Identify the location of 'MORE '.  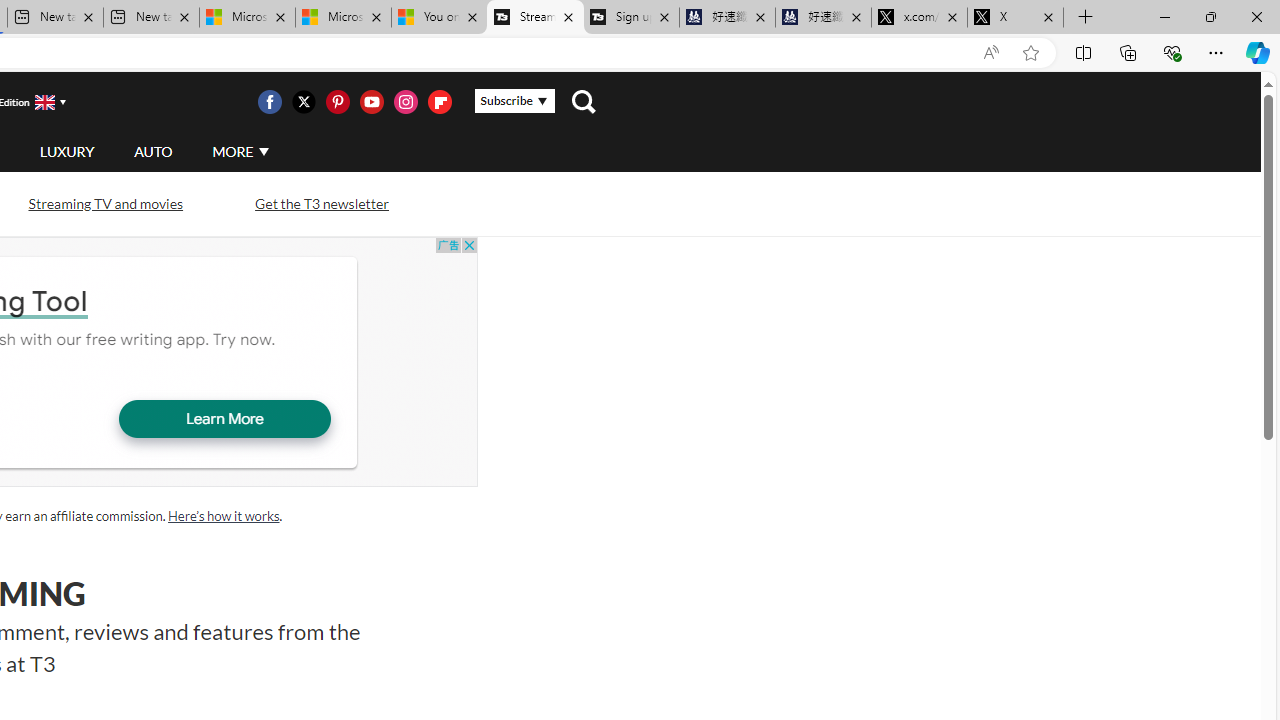
(240, 150).